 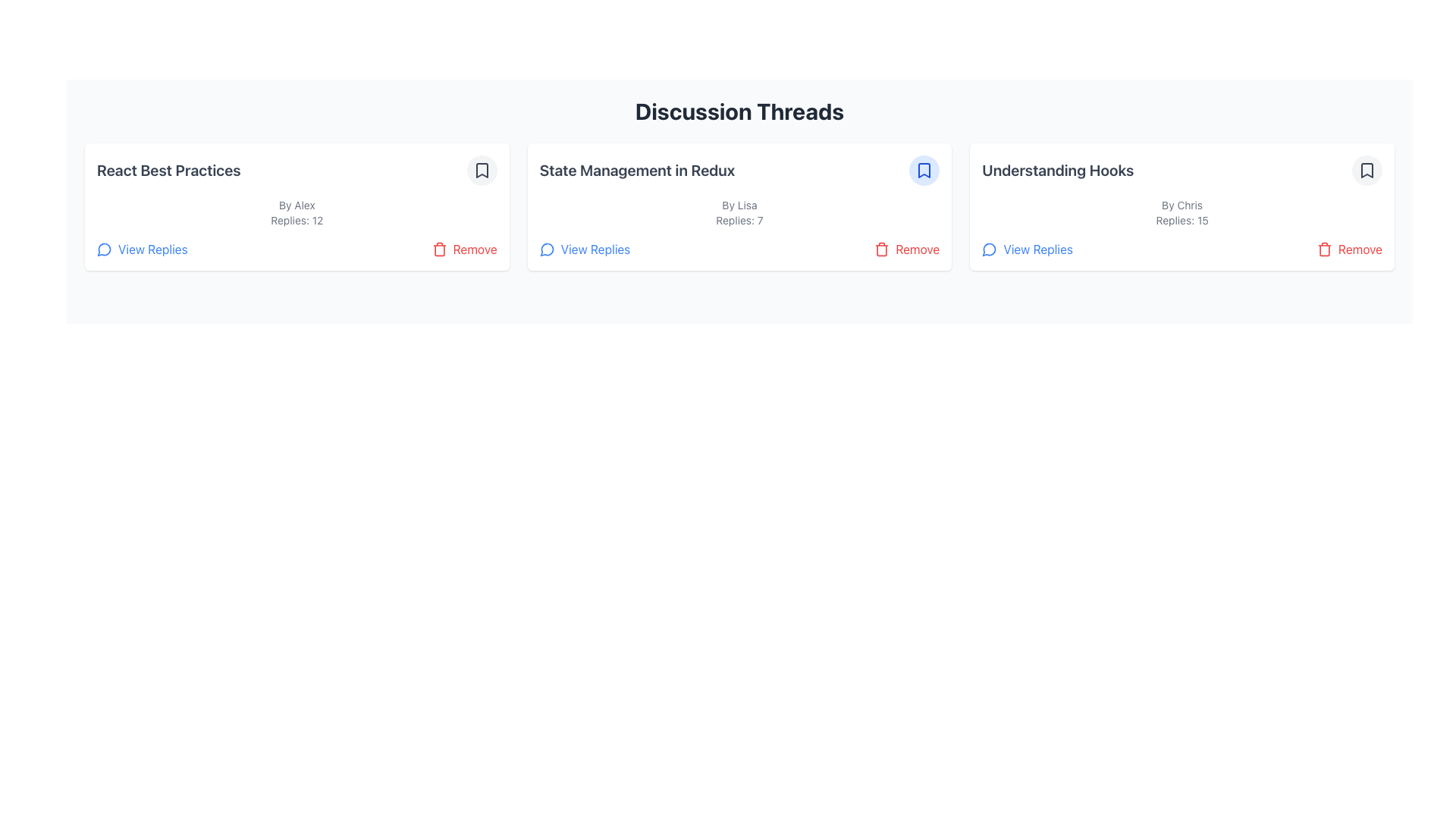 What do you see at coordinates (917, 248) in the screenshot?
I see `the 'Remove' text button, displayed in red, which is located to the right of the trash icon in the control section of a discussion thread card under 'State Management in Redux'` at bounding box center [917, 248].